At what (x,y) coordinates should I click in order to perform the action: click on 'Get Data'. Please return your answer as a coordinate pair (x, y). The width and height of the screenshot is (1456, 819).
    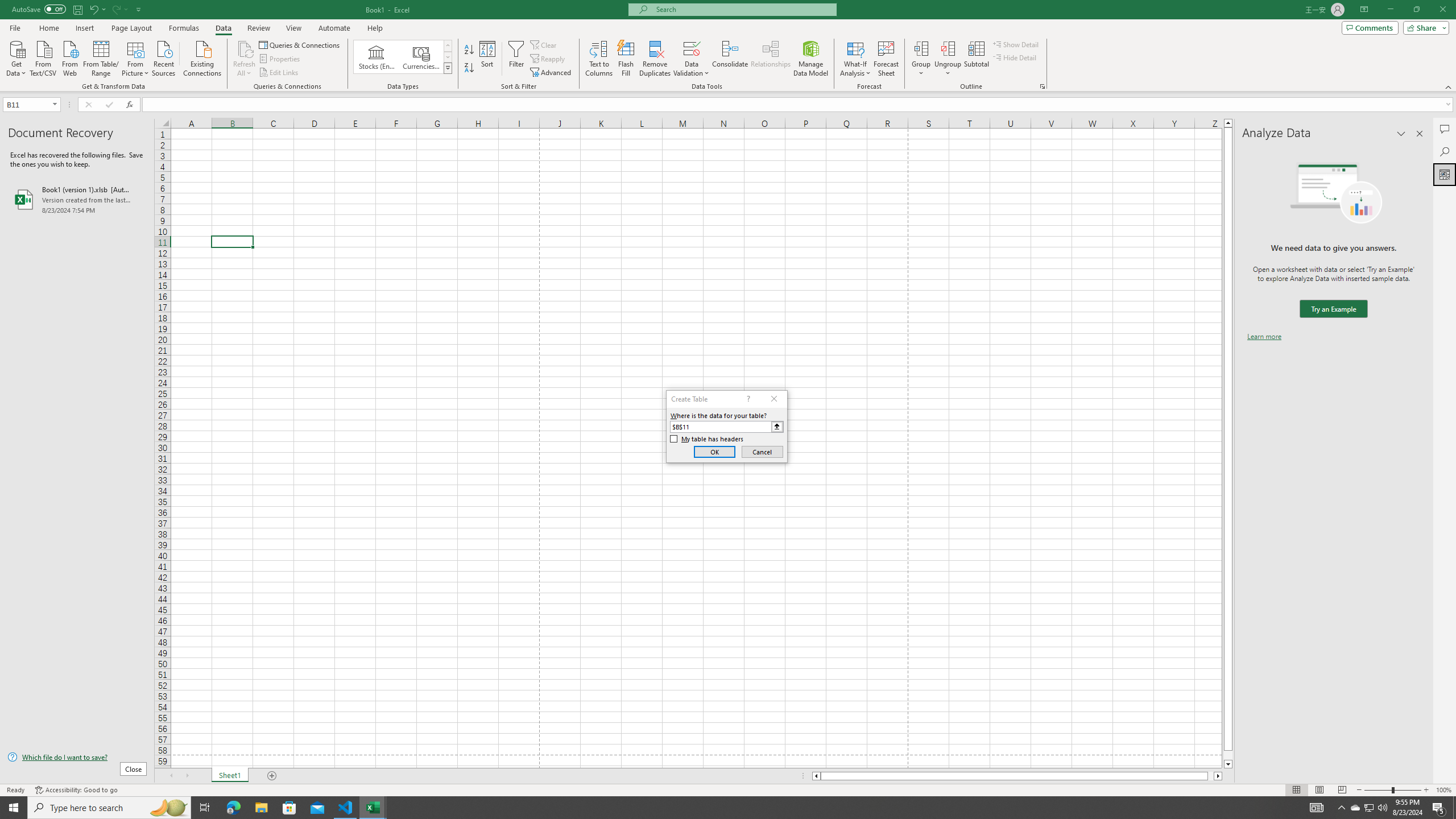
    Looking at the image, I should click on (16, 57).